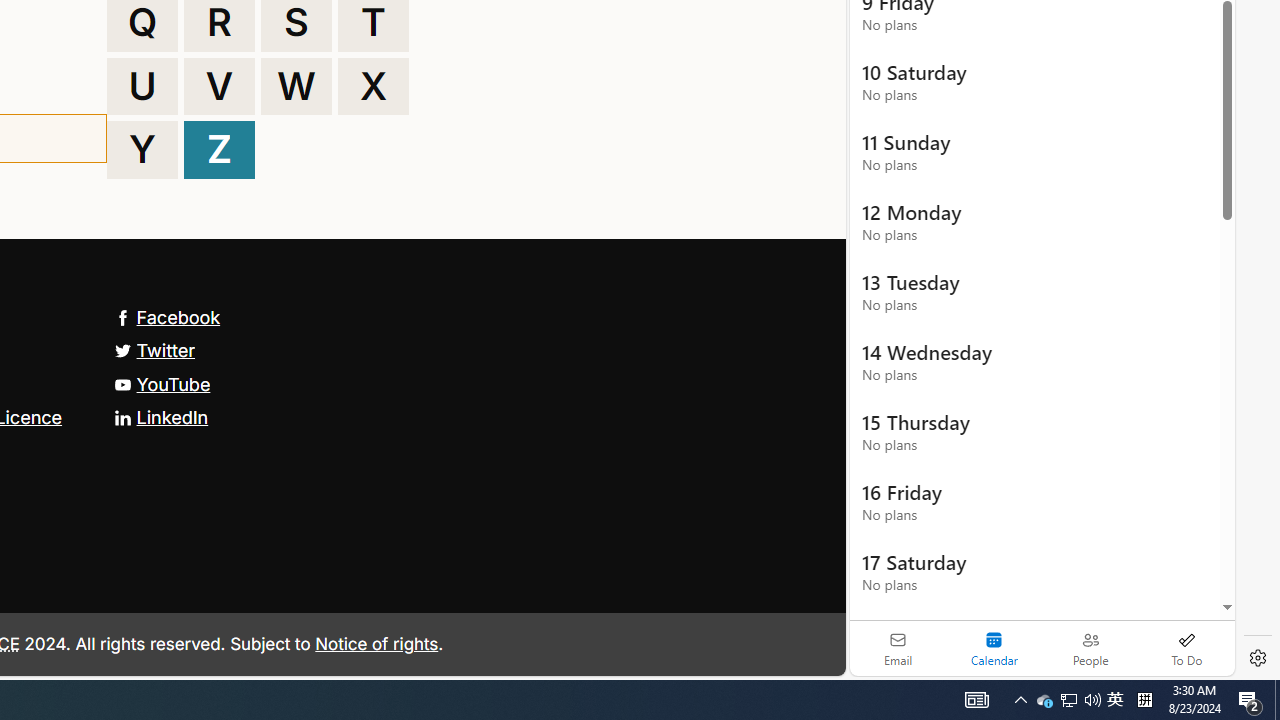  Describe the element at coordinates (219, 85) in the screenshot. I see `'V'` at that location.